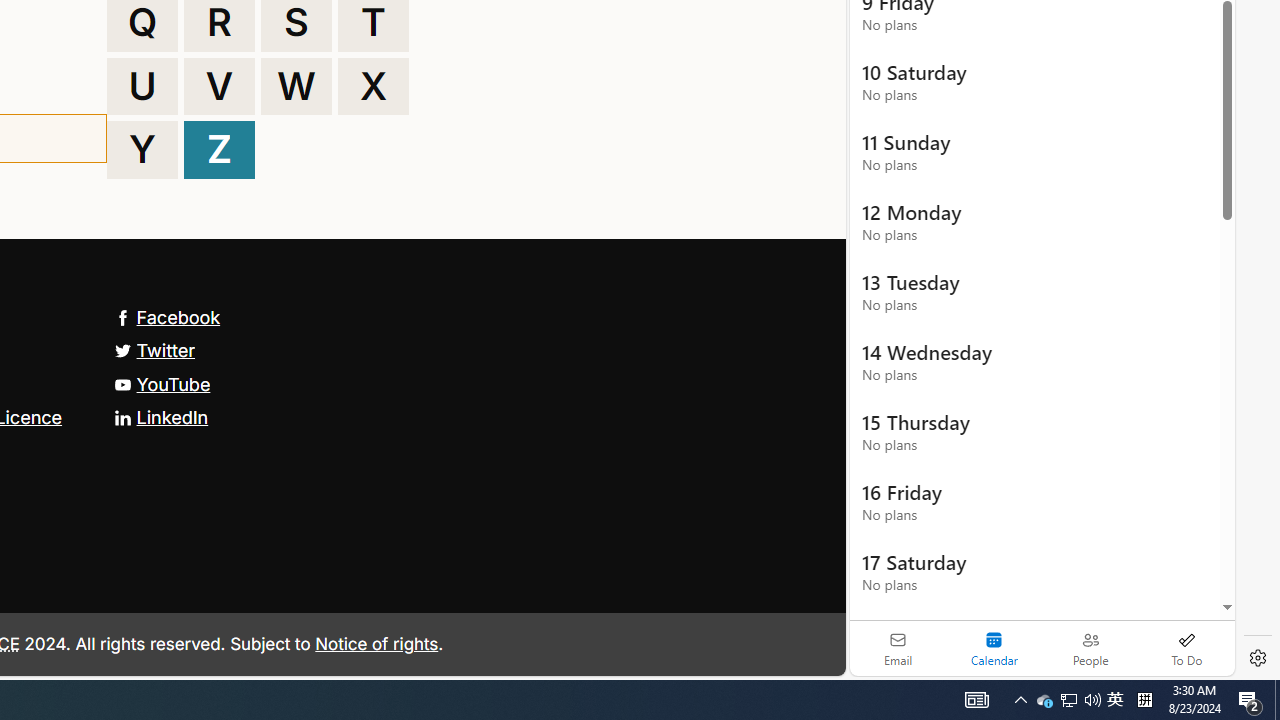  Describe the element at coordinates (219, 85) in the screenshot. I see `'V'` at that location.